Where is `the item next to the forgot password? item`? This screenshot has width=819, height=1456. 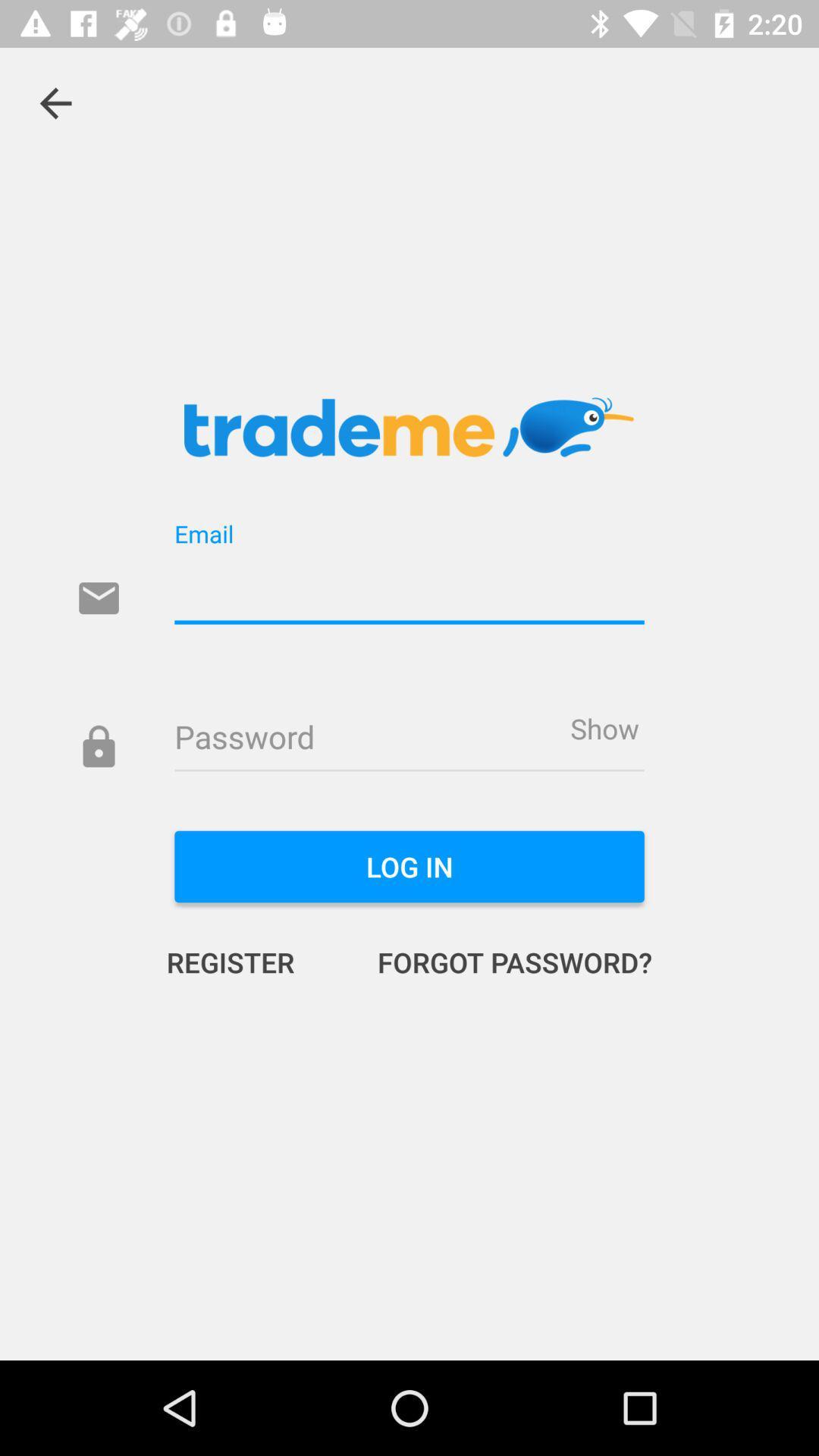 the item next to the forgot password? item is located at coordinates (246, 961).